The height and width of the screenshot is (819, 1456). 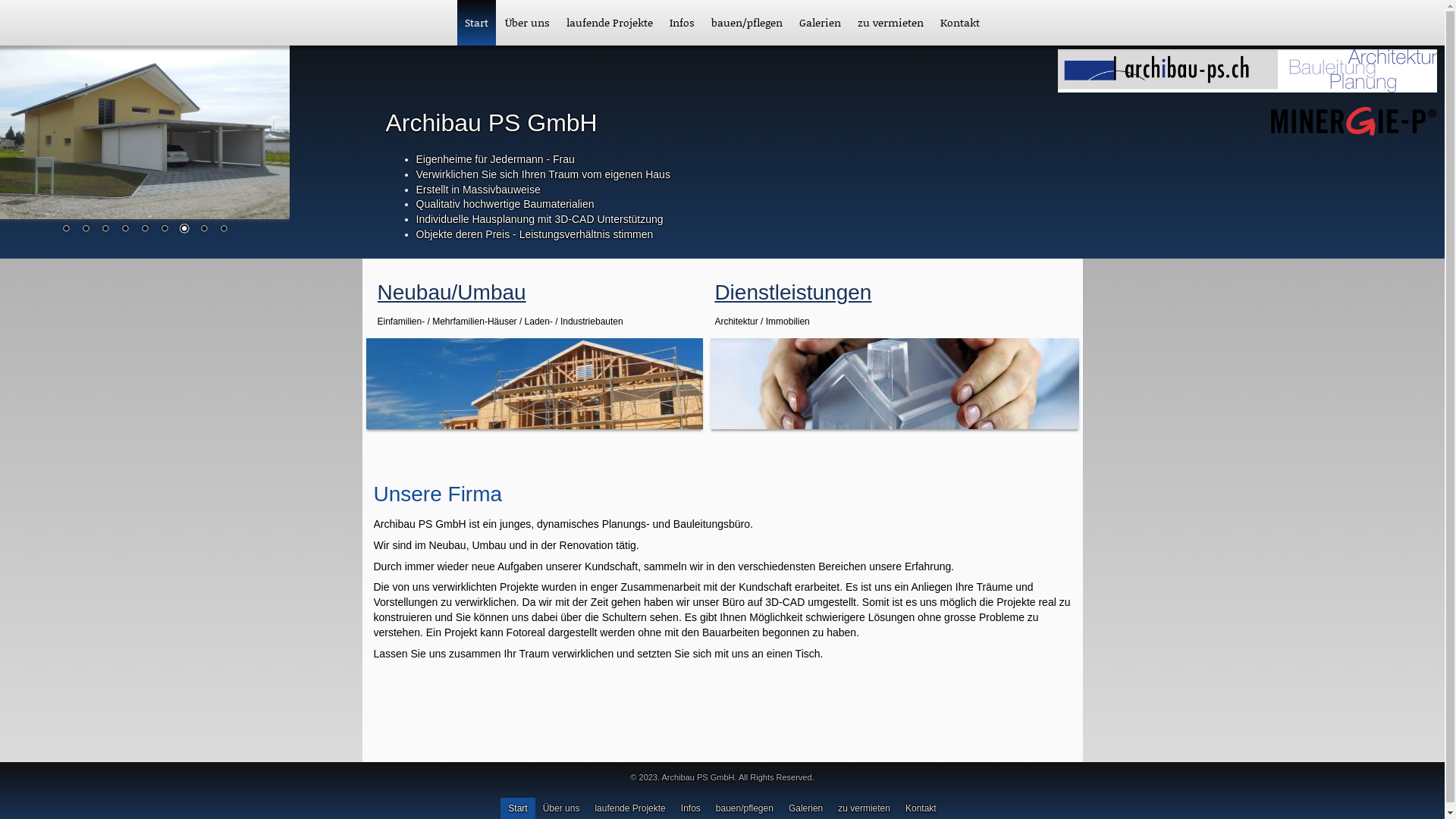 I want to click on 'Start', so click(x=475, y=23).